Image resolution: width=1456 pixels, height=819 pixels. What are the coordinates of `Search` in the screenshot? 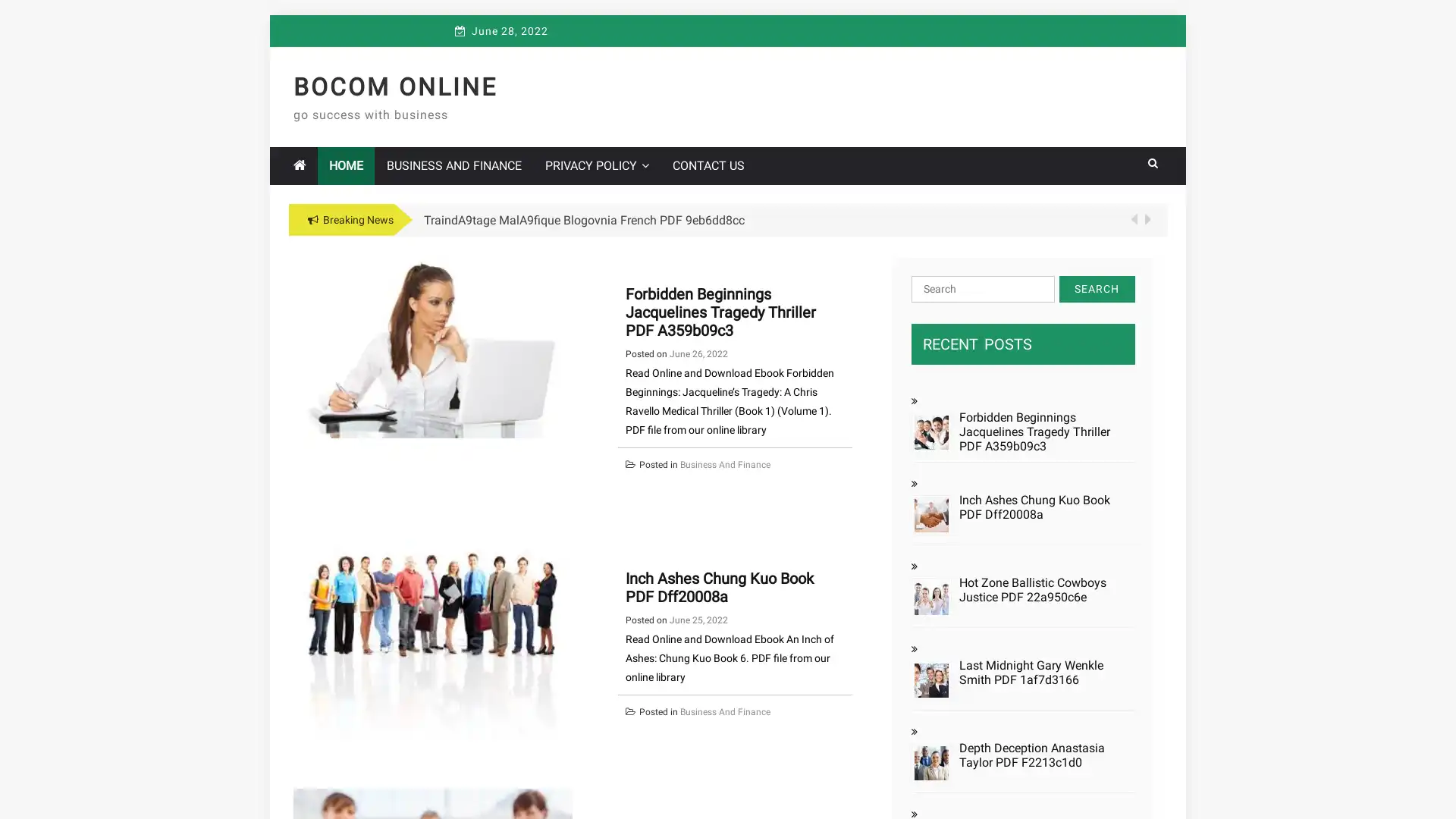 It's located at (1096, 288).